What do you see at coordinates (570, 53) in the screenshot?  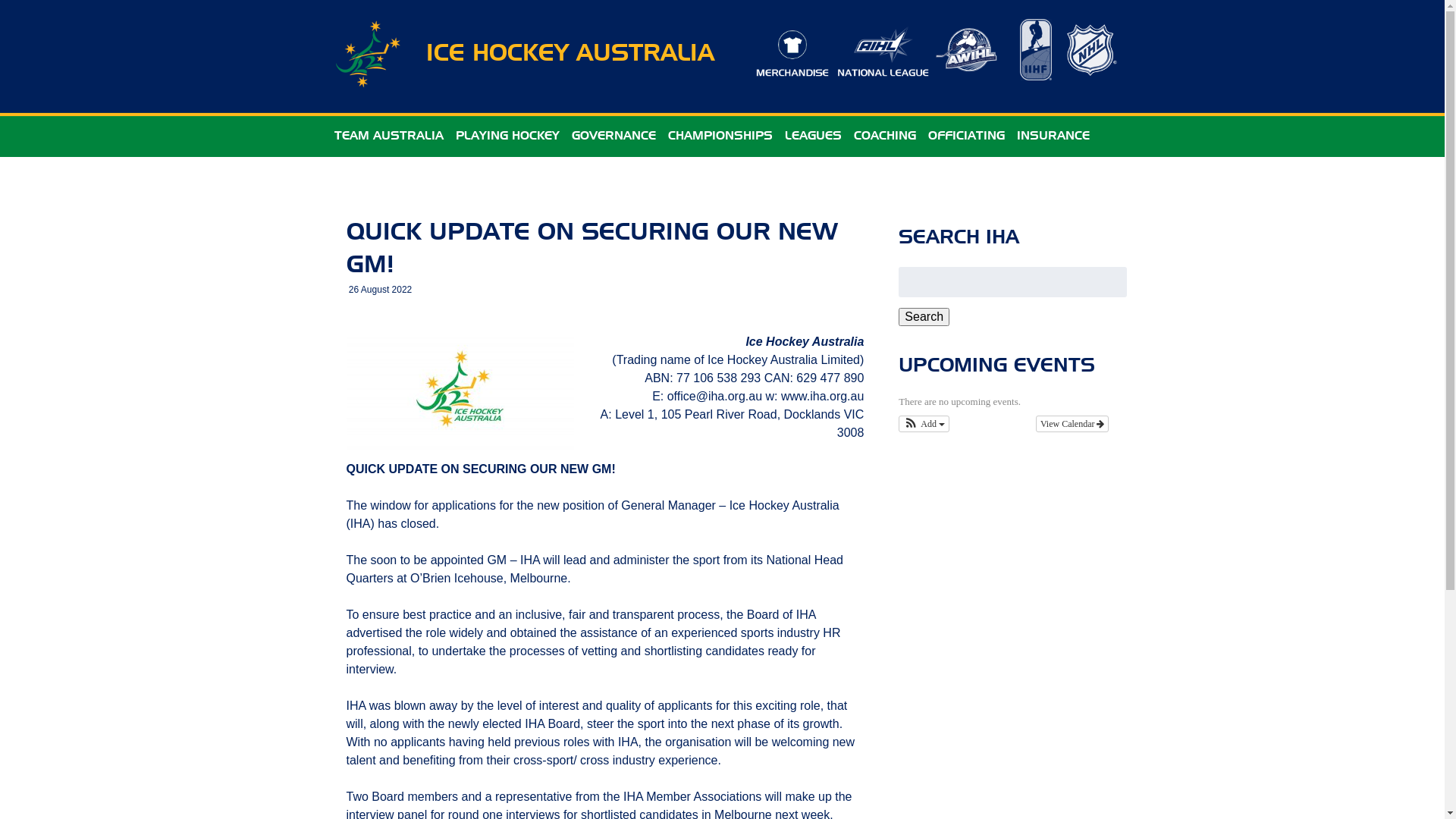 I see `'ICE HOCKEY AUSTRALIA'` at bounding box center [570, 53].